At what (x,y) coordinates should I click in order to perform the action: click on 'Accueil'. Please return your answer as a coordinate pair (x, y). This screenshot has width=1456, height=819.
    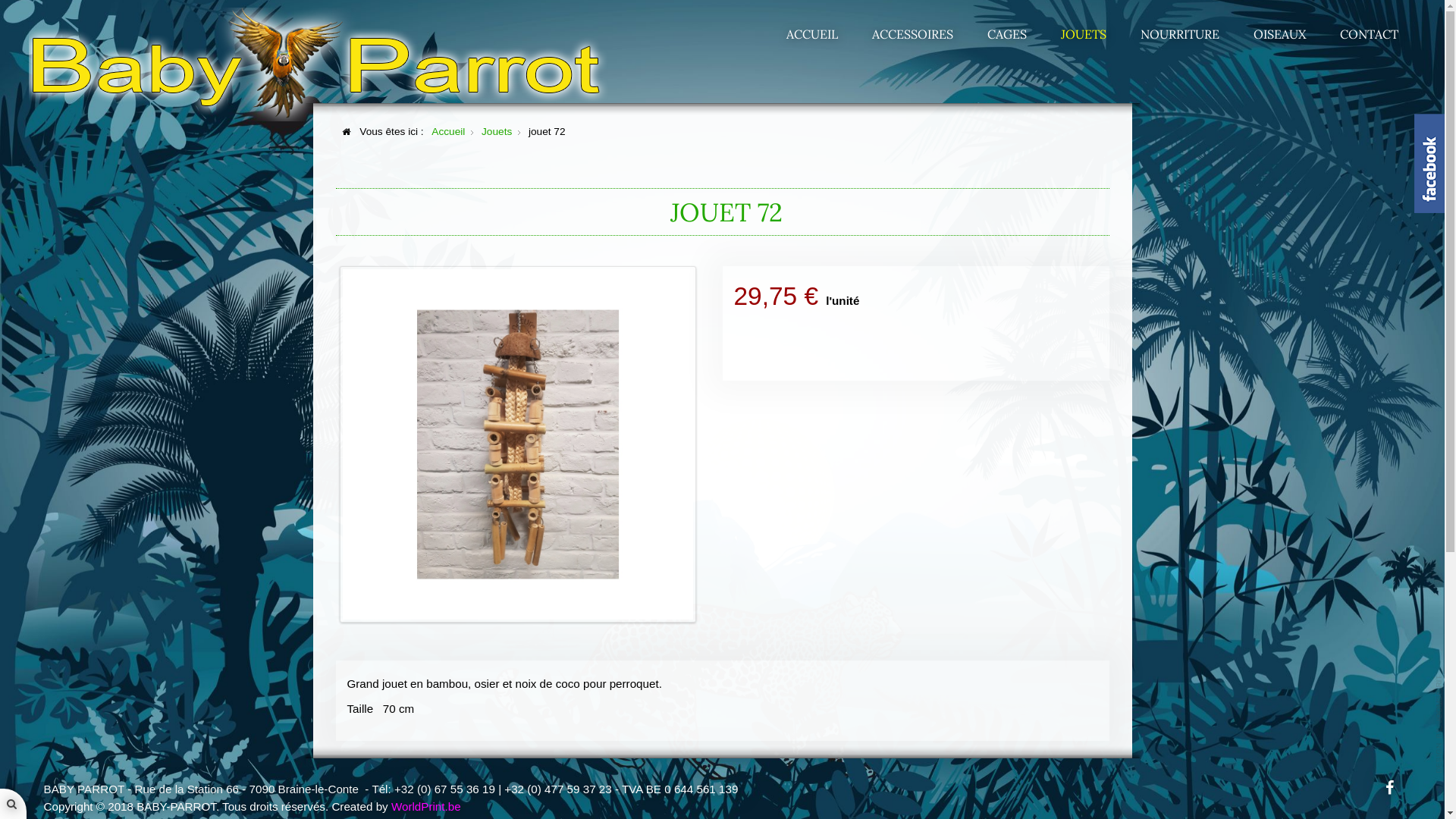
    Looking at the image, I should click on (447, 130).